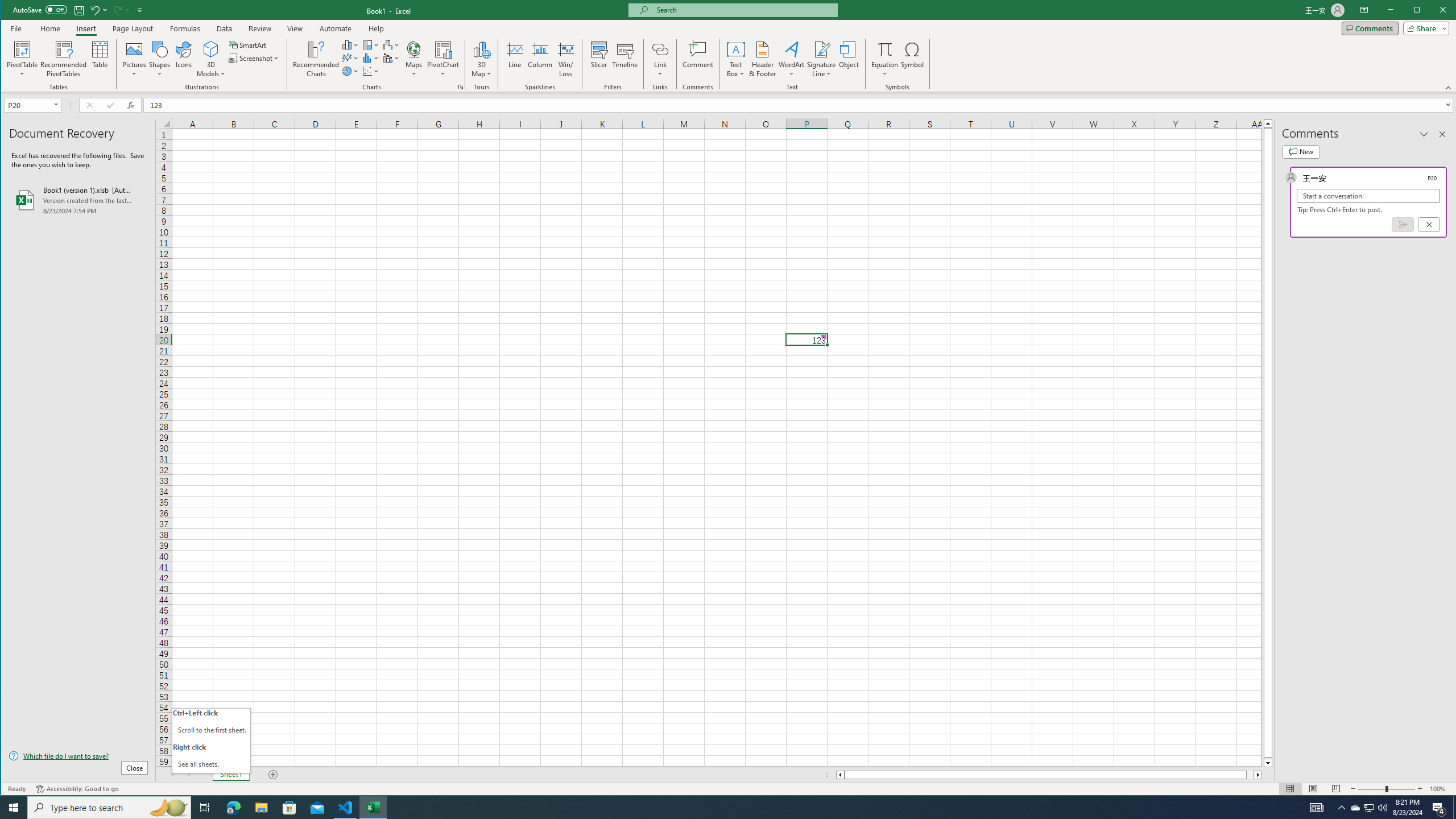 The width and height of the screenshot is (1456, 819). What do you see at coordinates (1048, 775) in the screenshot?
I see `'Class: NetUIScrollBar'` at bounding box center [1048, 775].